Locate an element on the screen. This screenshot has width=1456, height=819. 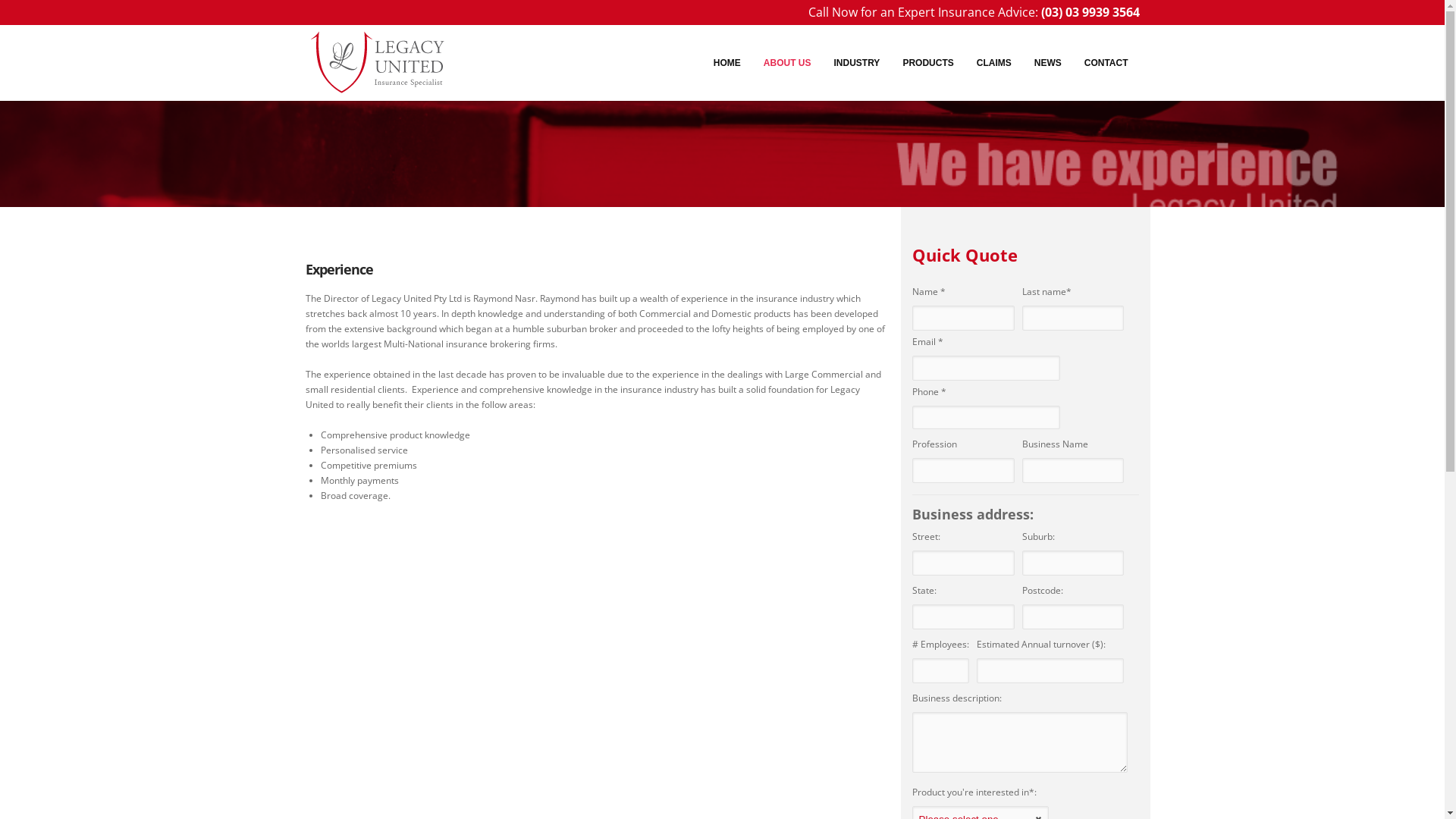
'PRODUCTS' is located at coordinates (927, 62).